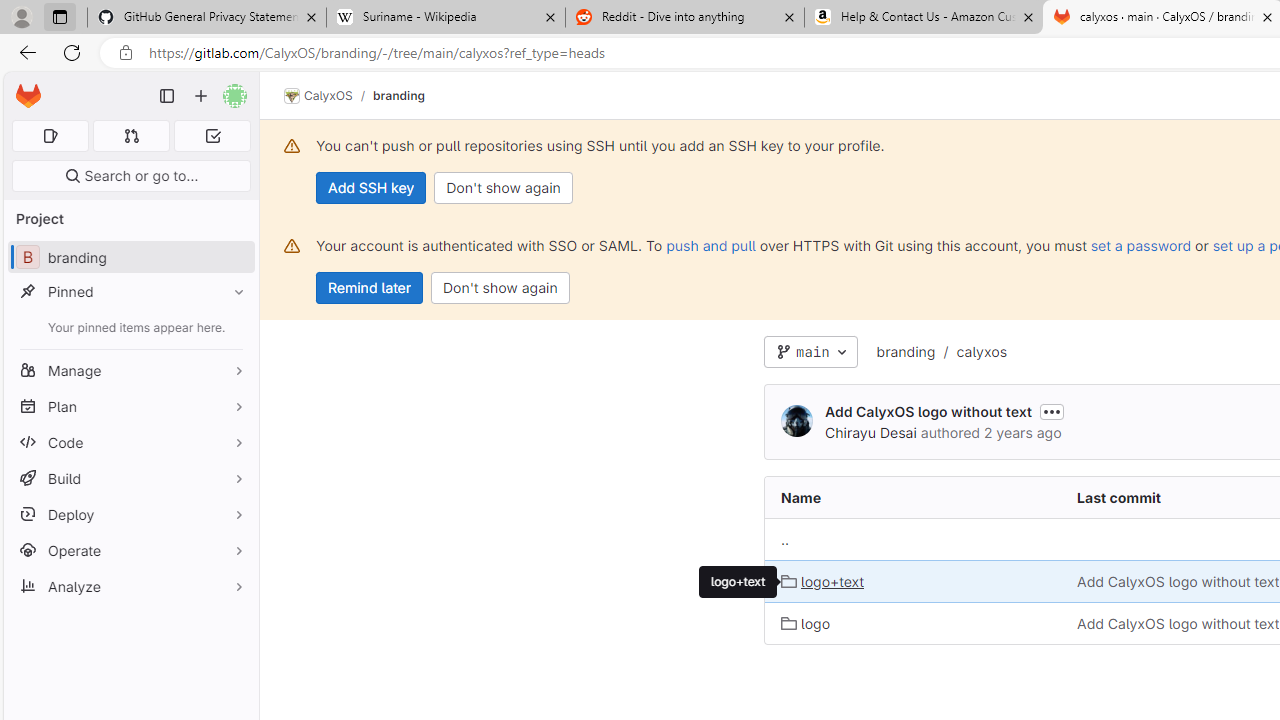 The width and height of the screenshot is (1280, 720). I want to click on 'Manage', so click(130, 370).